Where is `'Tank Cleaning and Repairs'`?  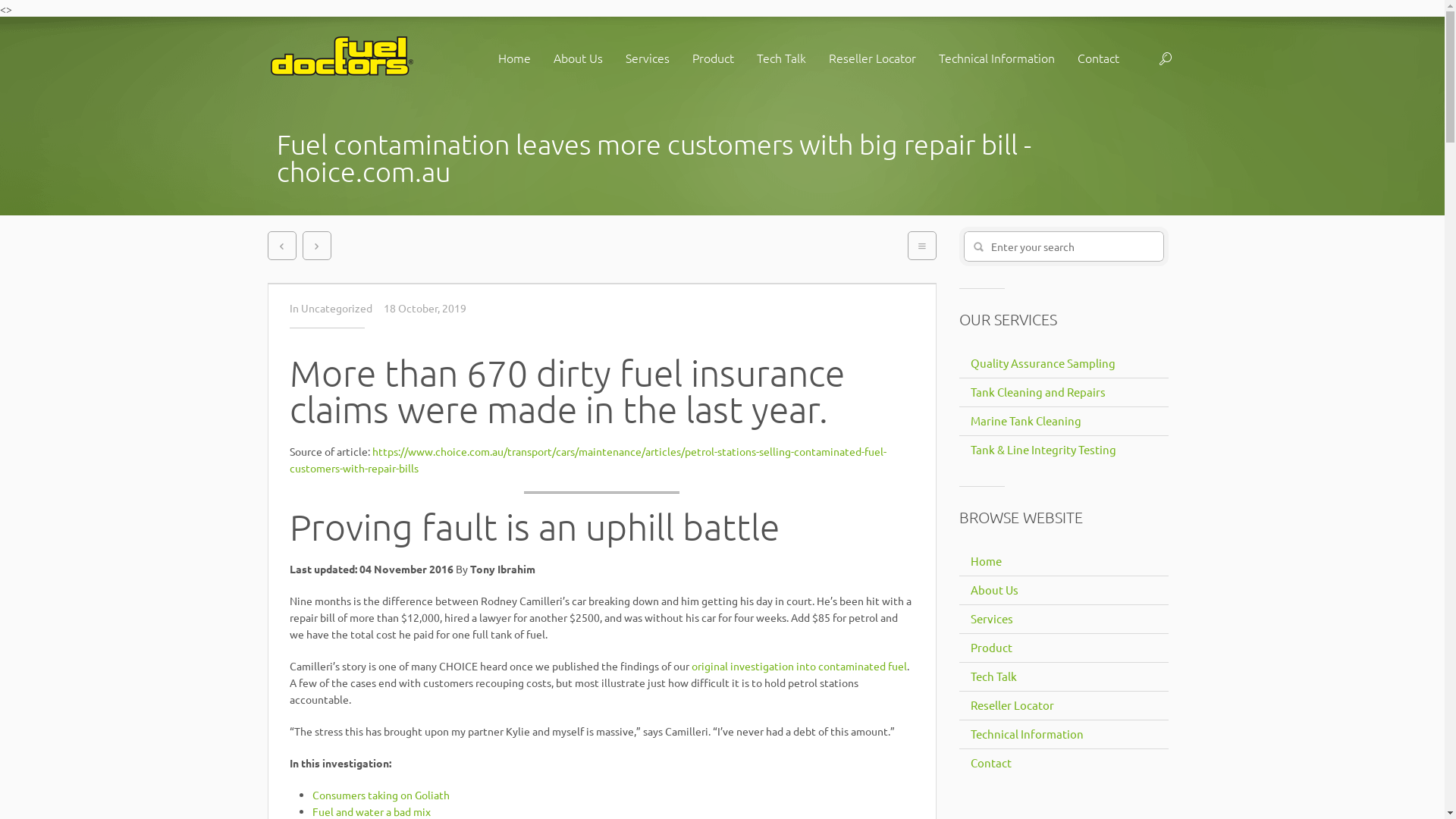
'Tank Cleaning and Repairs' is located at coordinates (957, 391).